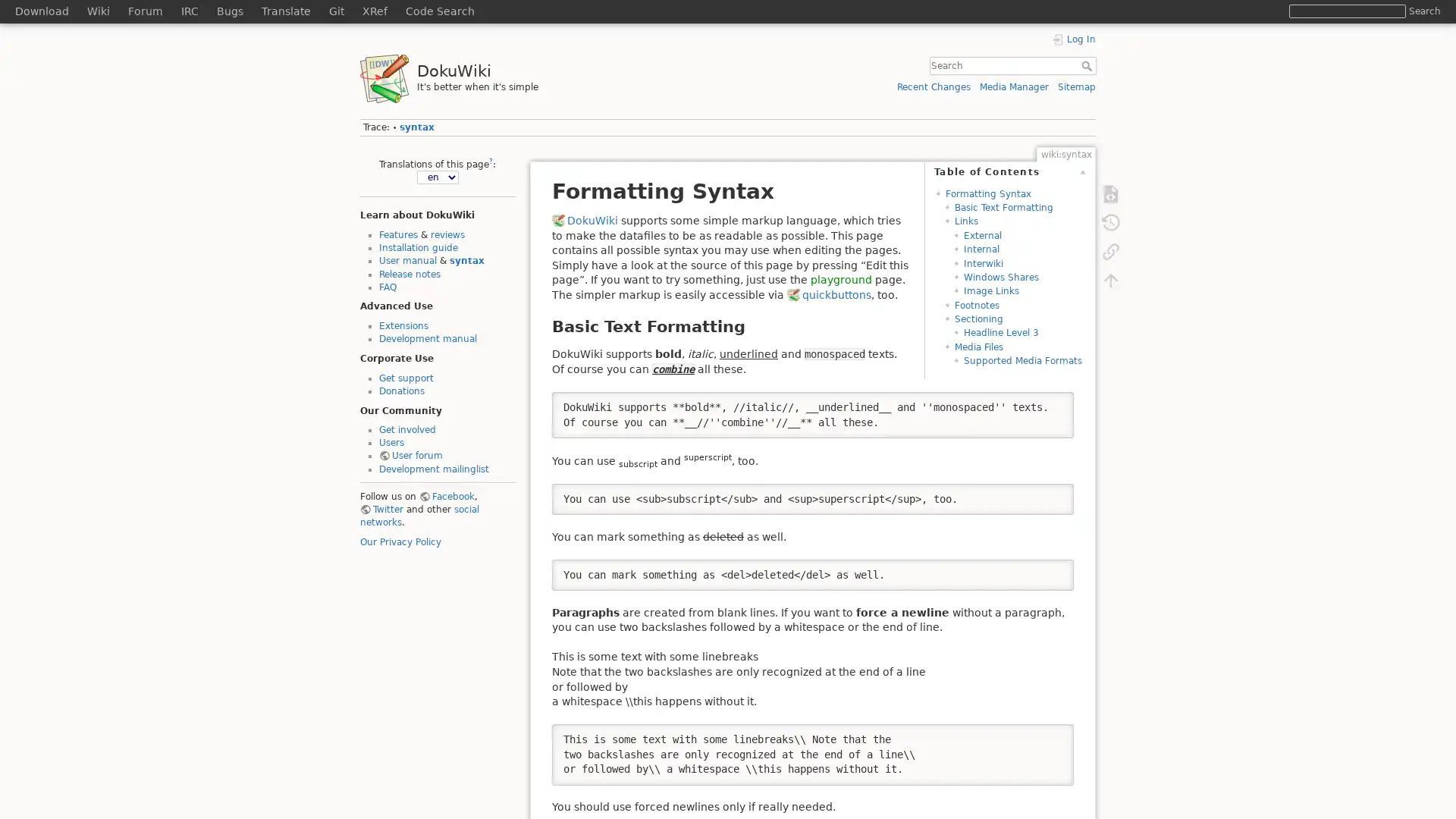 This screenshot has width=1456, height=819. What do you see at coordinates (1087, 65) in the screenshot?
I see `Search` at bounding box center [1087, 65].